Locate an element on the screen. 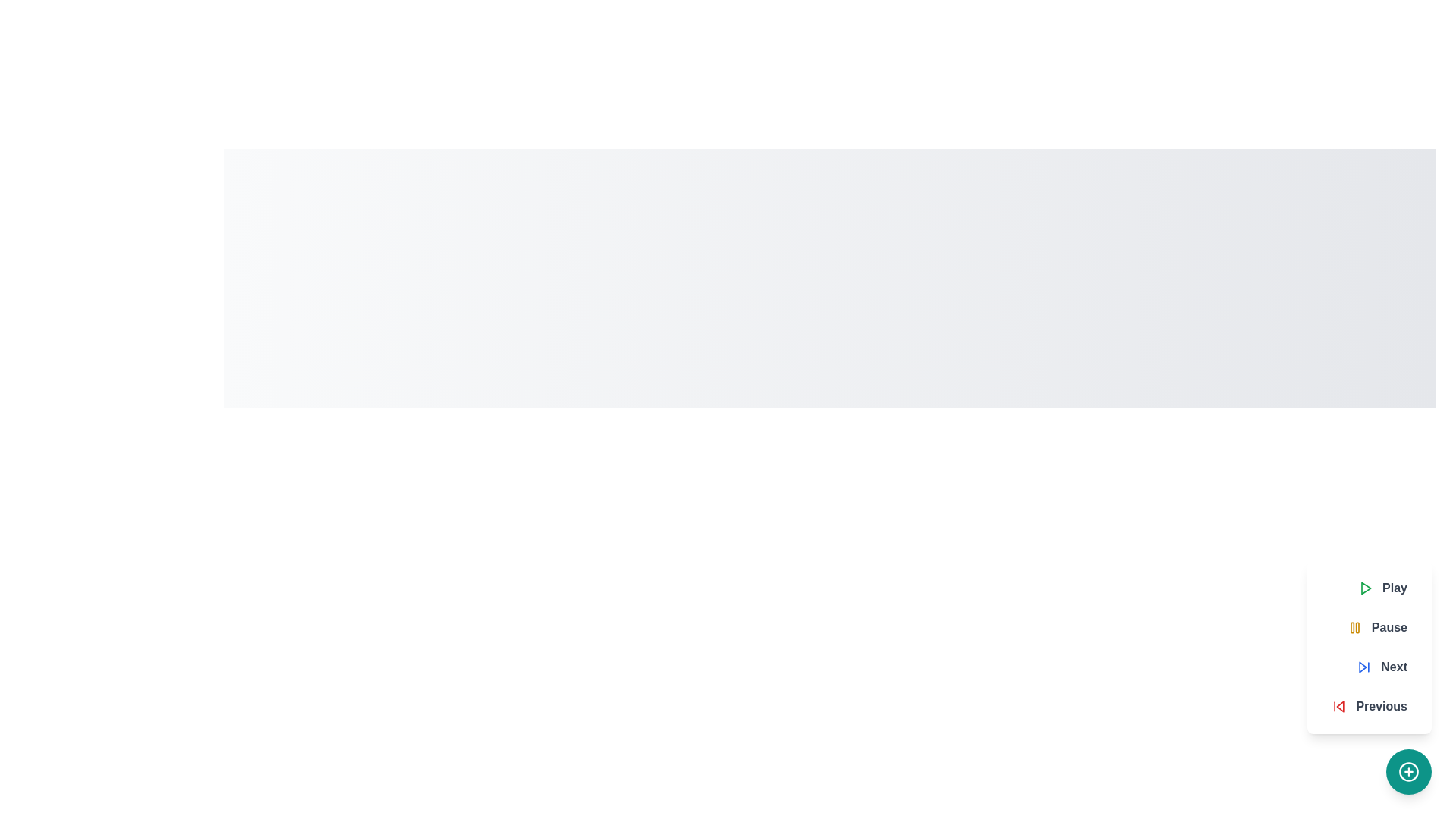 The image size is (1456, 819). the 'Next' button in the menu is located at coordinates (1382, 666).